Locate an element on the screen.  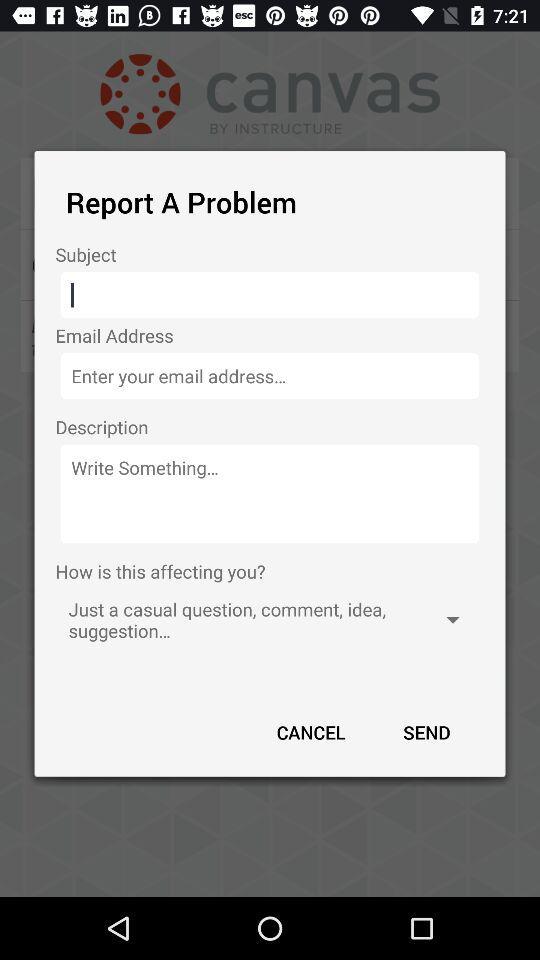
the icon next to cancel is located at coordinates (425, 731).